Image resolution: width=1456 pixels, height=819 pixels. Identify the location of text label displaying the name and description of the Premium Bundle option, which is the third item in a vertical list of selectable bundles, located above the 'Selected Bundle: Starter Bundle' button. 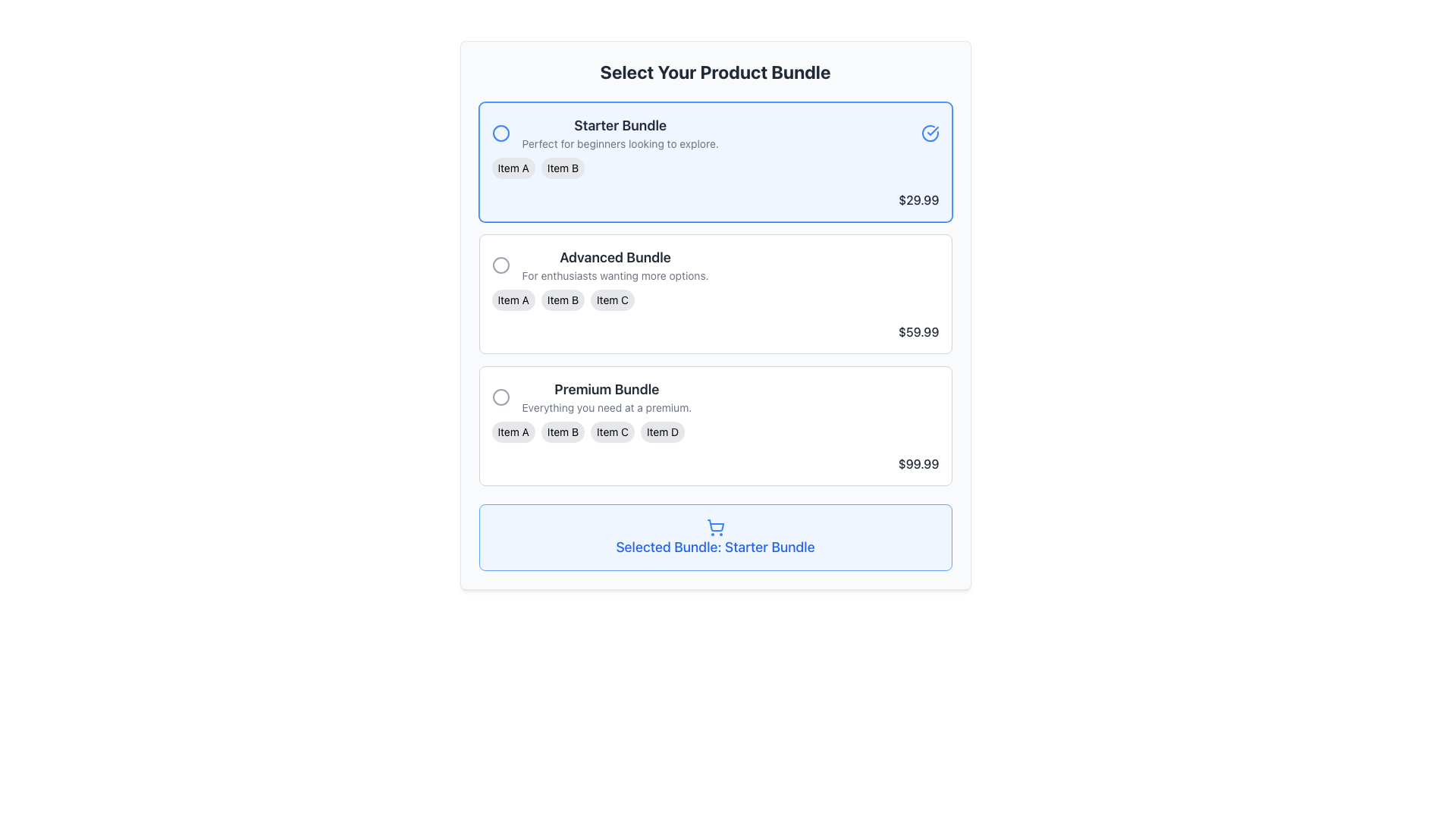
(607, 397).